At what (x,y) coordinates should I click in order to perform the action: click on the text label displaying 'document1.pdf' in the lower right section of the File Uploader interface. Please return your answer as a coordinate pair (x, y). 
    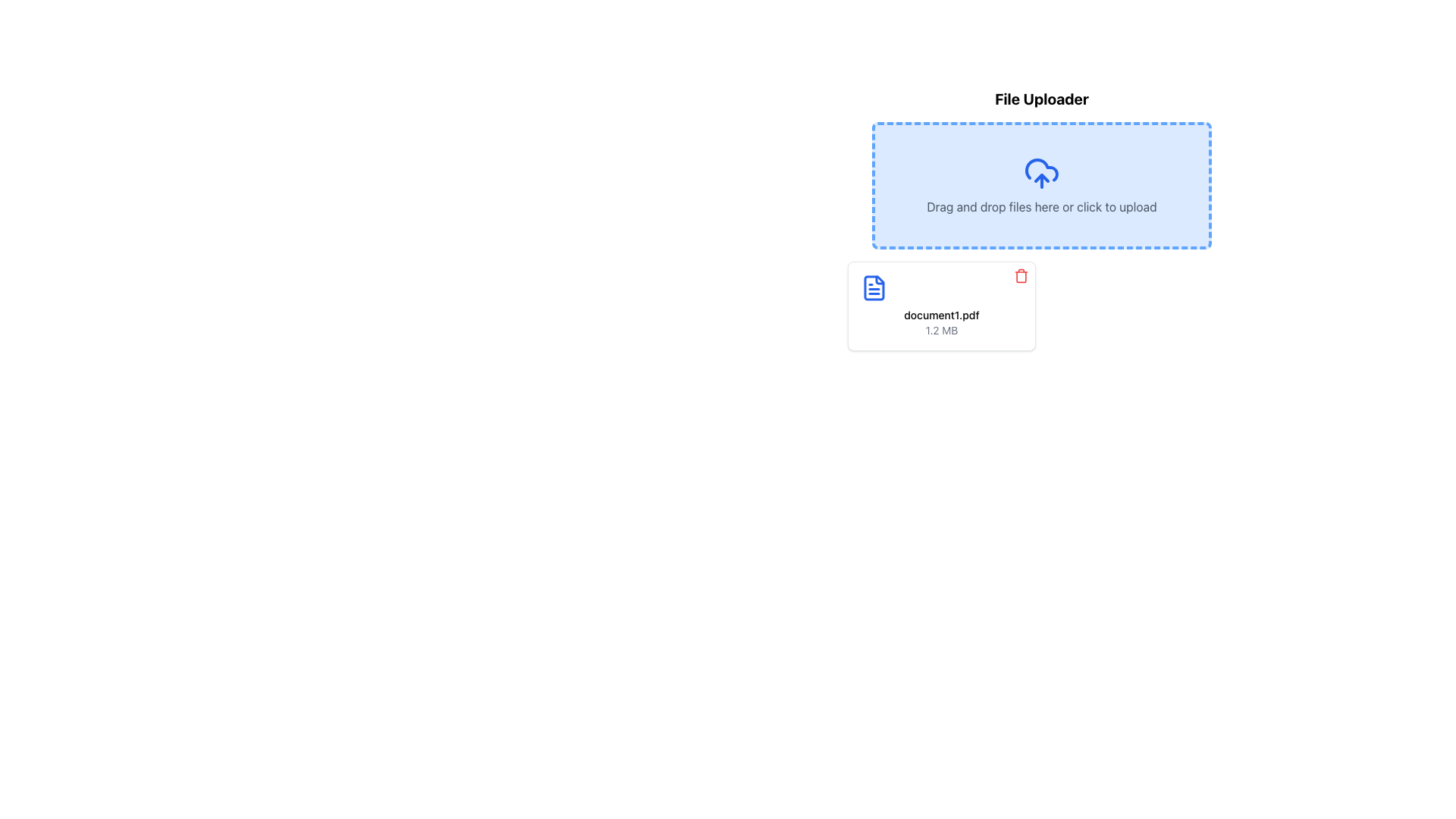
    Looking at the image, I should click on (941, 315).